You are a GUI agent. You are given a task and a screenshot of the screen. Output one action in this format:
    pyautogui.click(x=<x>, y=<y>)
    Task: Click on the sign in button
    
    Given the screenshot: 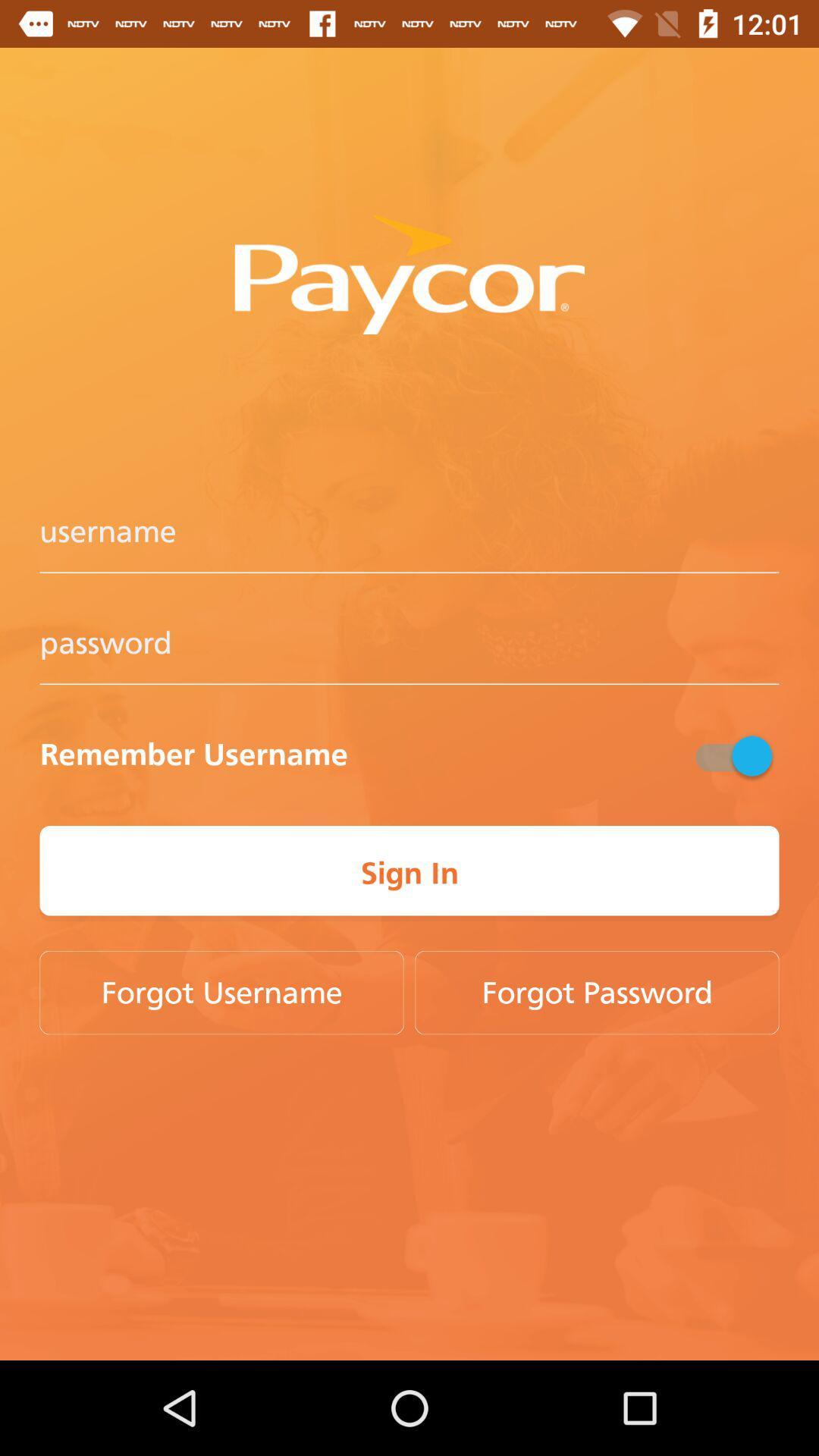 What is the action you would take?
    pyautogui.click(x=409, y=874)
    